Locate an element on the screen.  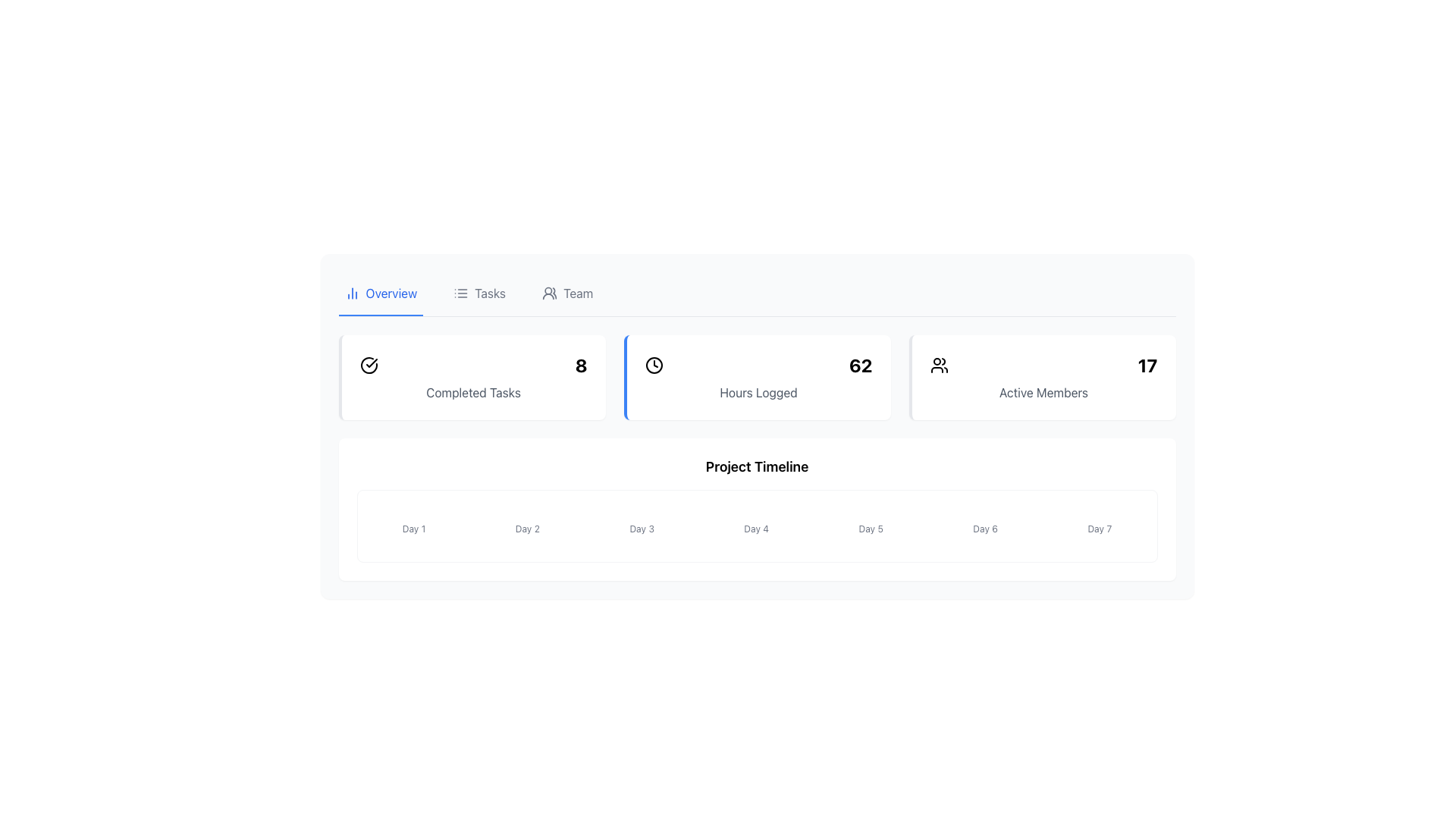
the 'Day 1' label with a circular marker, which is the first element in a horizontally-aligned list of days is located at coordinates (414, 526).